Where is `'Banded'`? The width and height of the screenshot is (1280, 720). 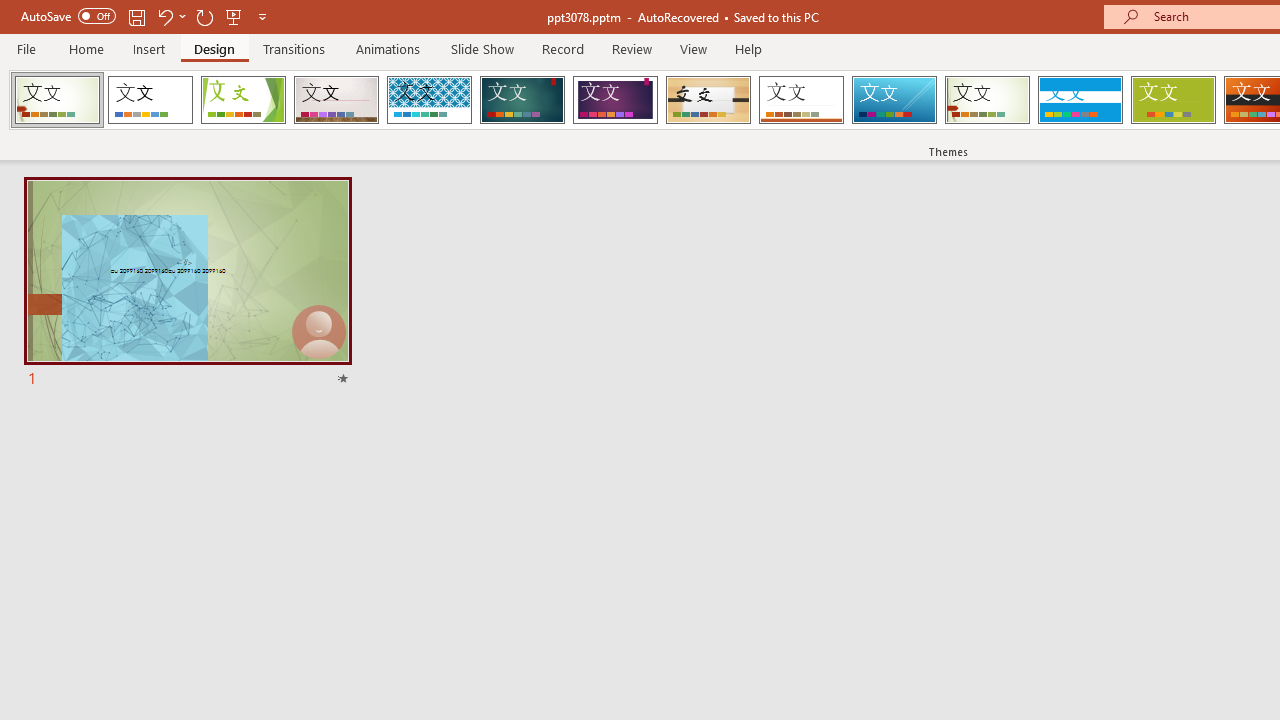 'Banded' is located at coordinates (1079, 100).